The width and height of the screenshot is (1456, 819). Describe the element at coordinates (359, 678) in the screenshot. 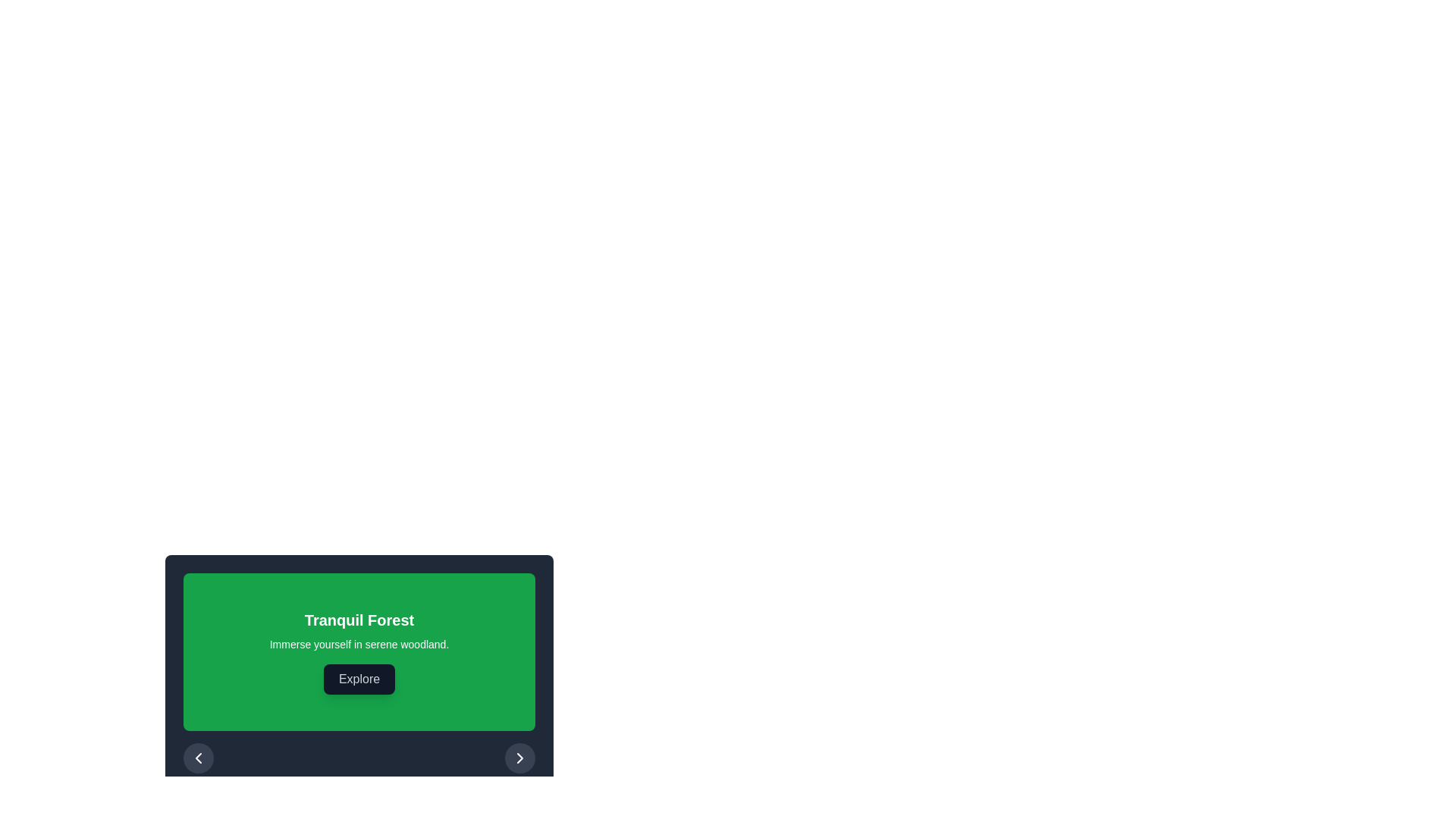

I see `the 'Explore' button` at that location.